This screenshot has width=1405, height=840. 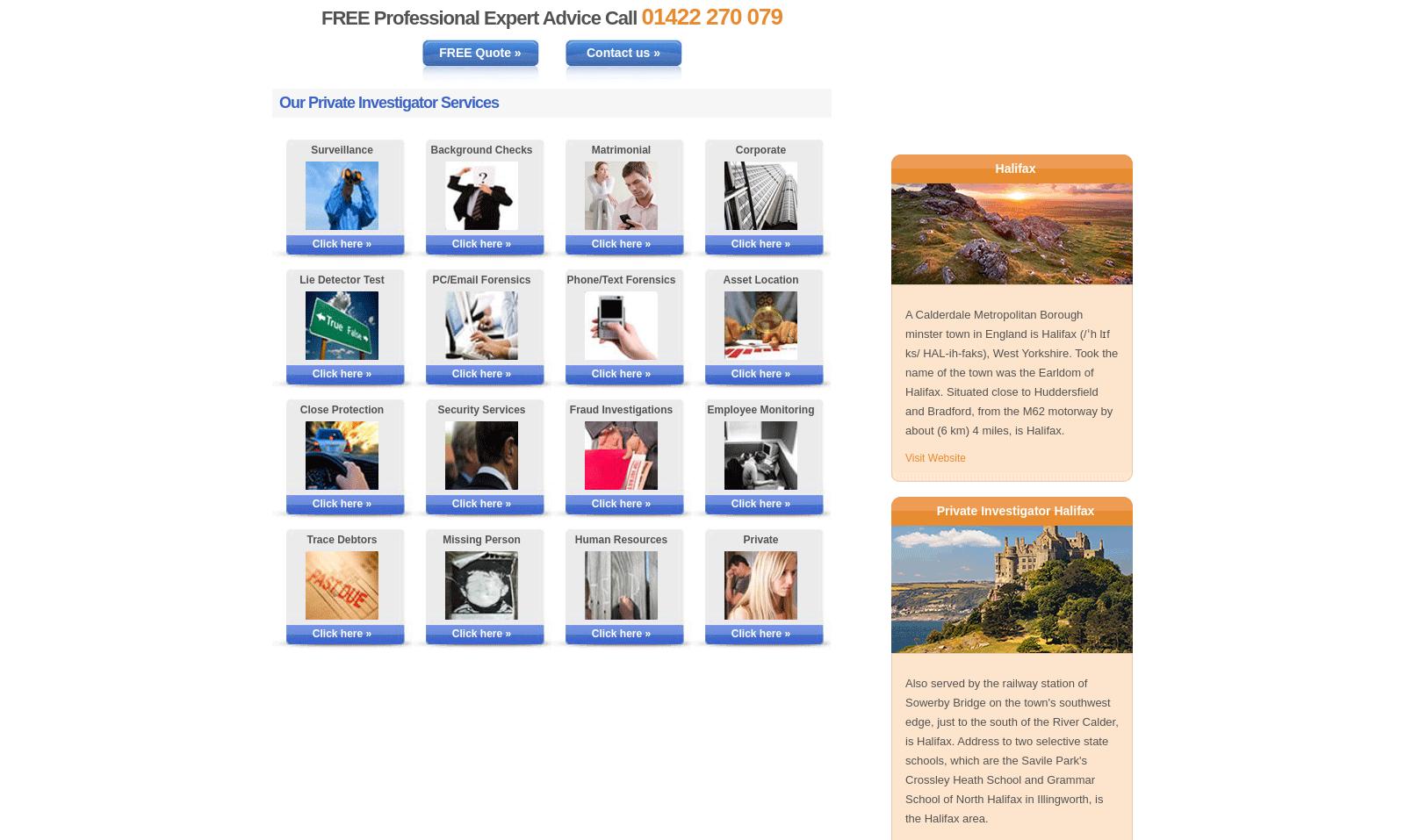 I want to click on 'Lie Detector Test', so click(x=299, y=279).